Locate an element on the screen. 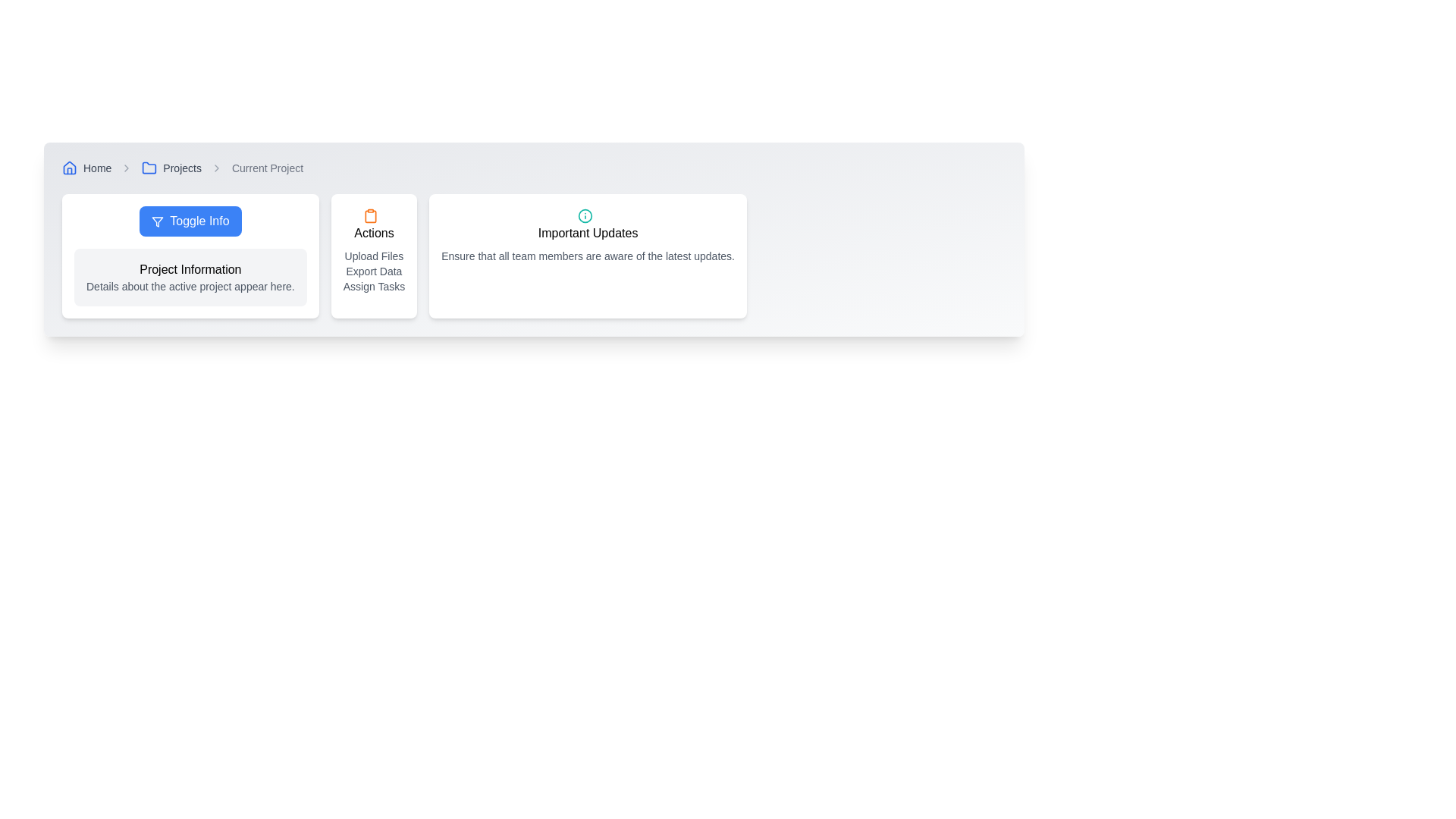  the static text label reading 'Export Data', which is styled in a smaller gray font and located centrally within the 'Actions' module, positioned between 'Upload Files' and 'Assign Tasks' is located at coordinates (374, 271).